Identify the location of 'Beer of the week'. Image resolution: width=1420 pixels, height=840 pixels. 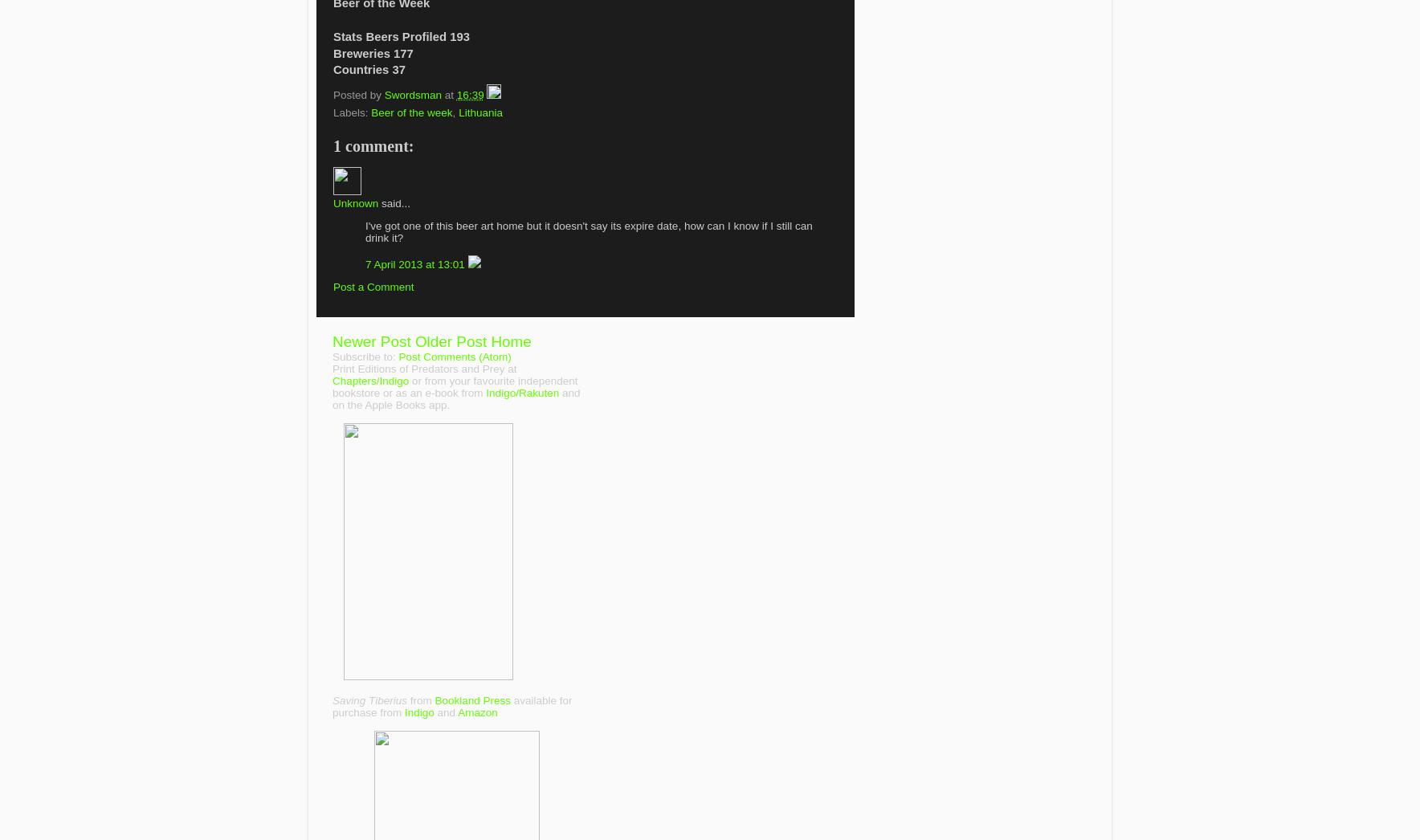
(410, 111).